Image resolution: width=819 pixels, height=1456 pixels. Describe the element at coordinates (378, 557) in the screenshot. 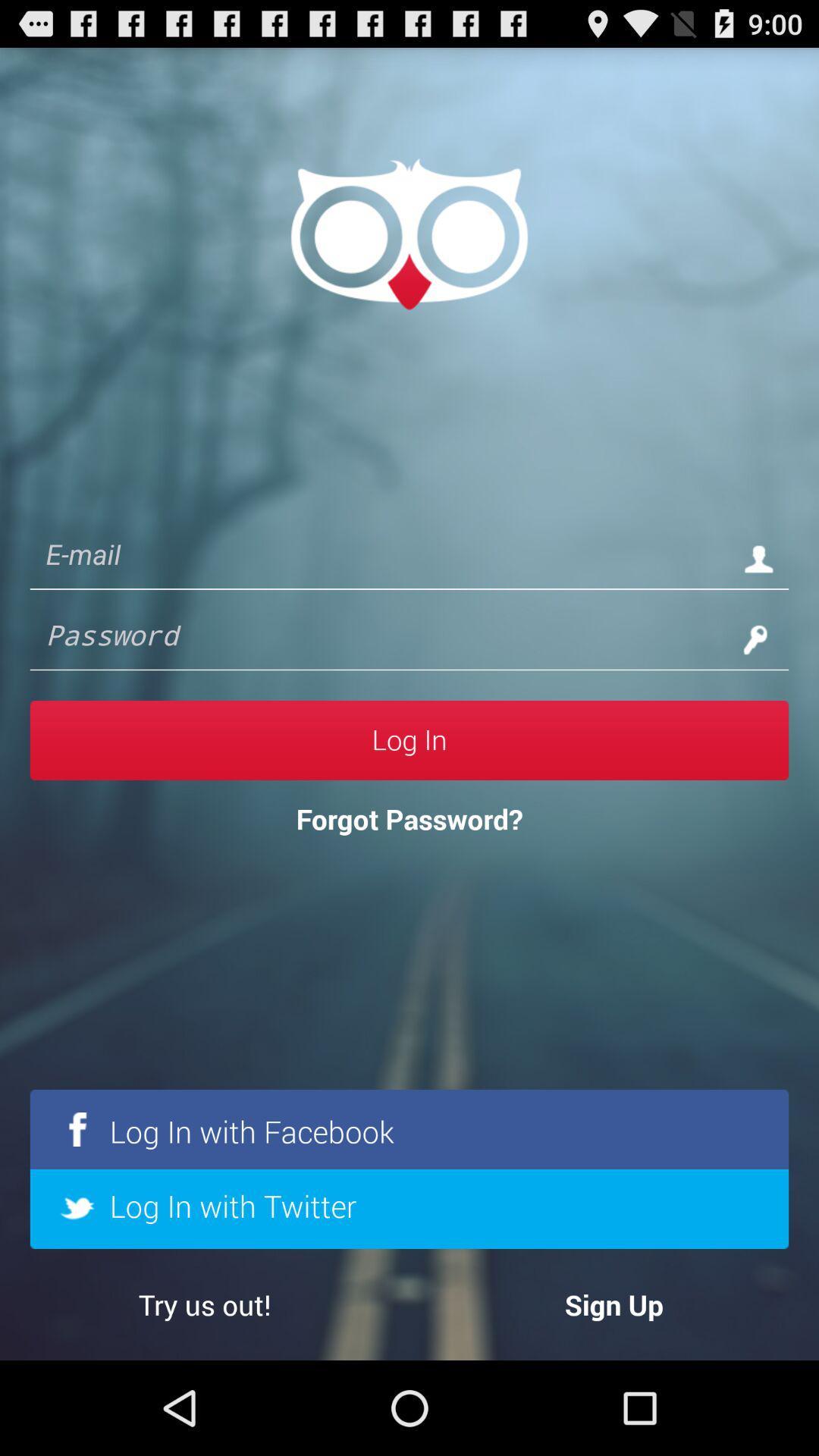

I see `your e-mail address` at that location.